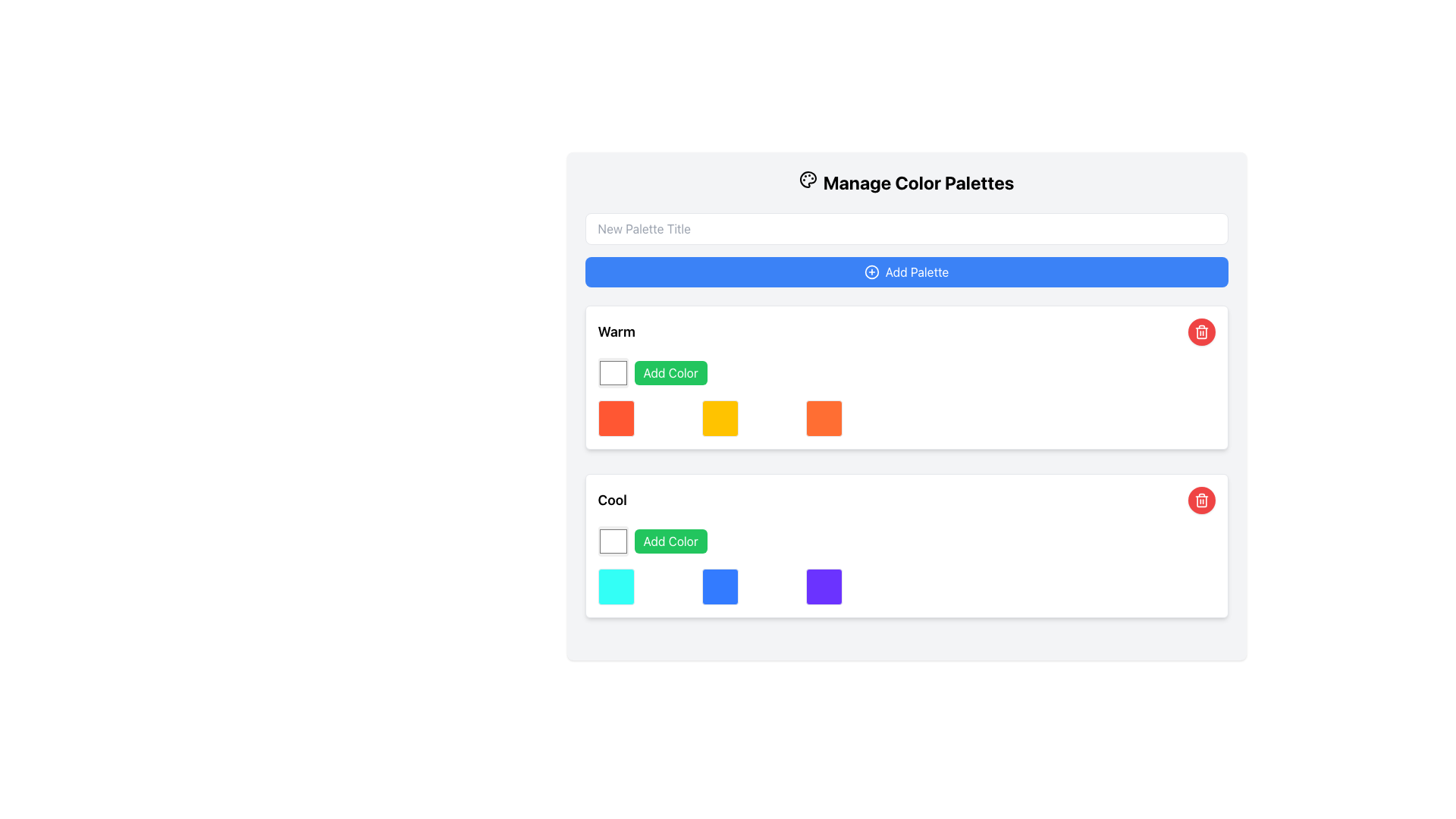 The image size is (1456, 819). Describe the element at coordinates (1200, 332) in the screenshot. I see `the trash can icon, which is a tall rectangular shape with a curved top, located inside the red circular button to the far right of the 'Warm' section` at that location.